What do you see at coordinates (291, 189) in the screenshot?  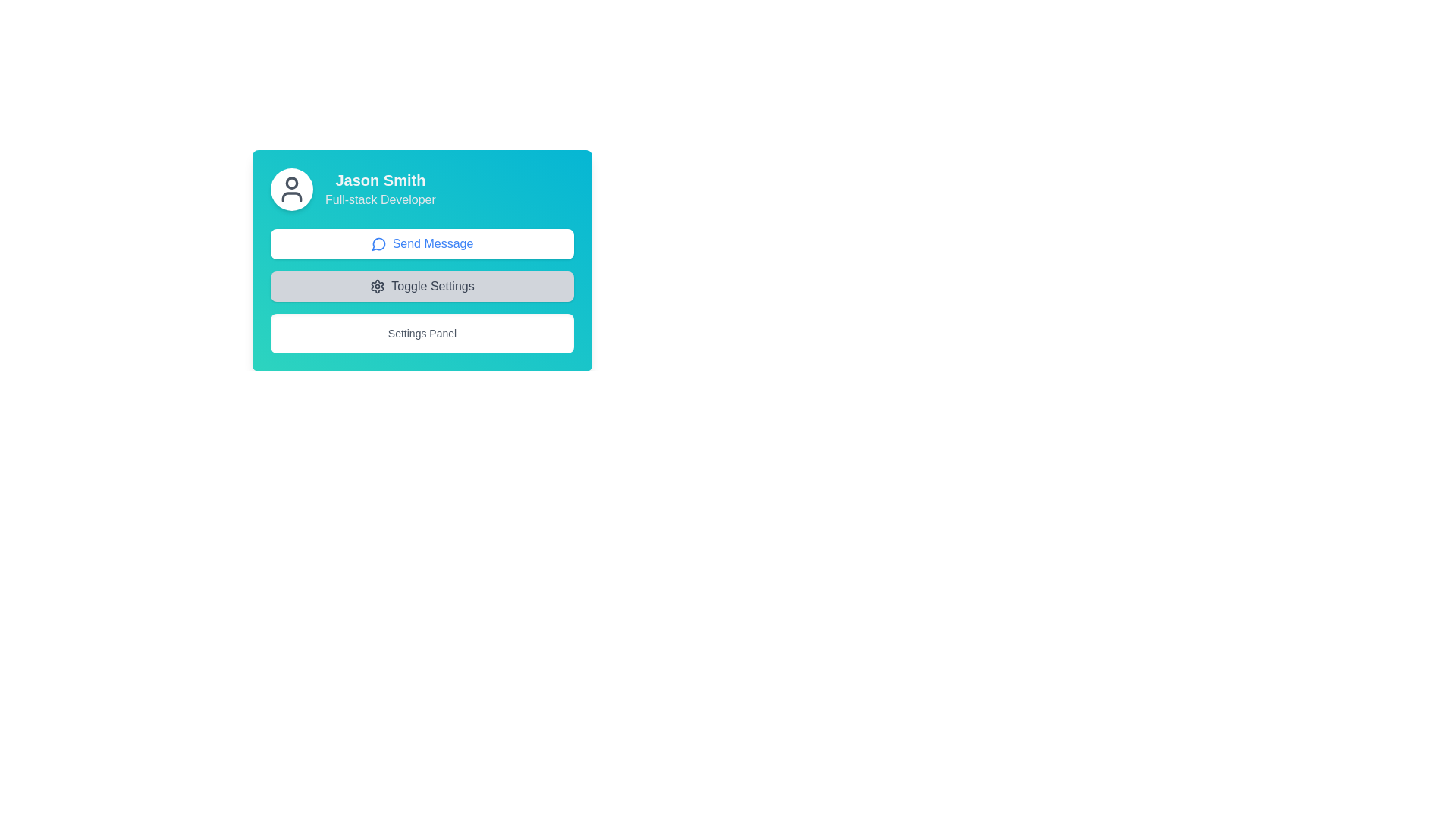 I see `the user avatar located at the top left of the component adjacent to the text 'Jason Smith Full-stack Developer'` at bounding box center [291, 189].